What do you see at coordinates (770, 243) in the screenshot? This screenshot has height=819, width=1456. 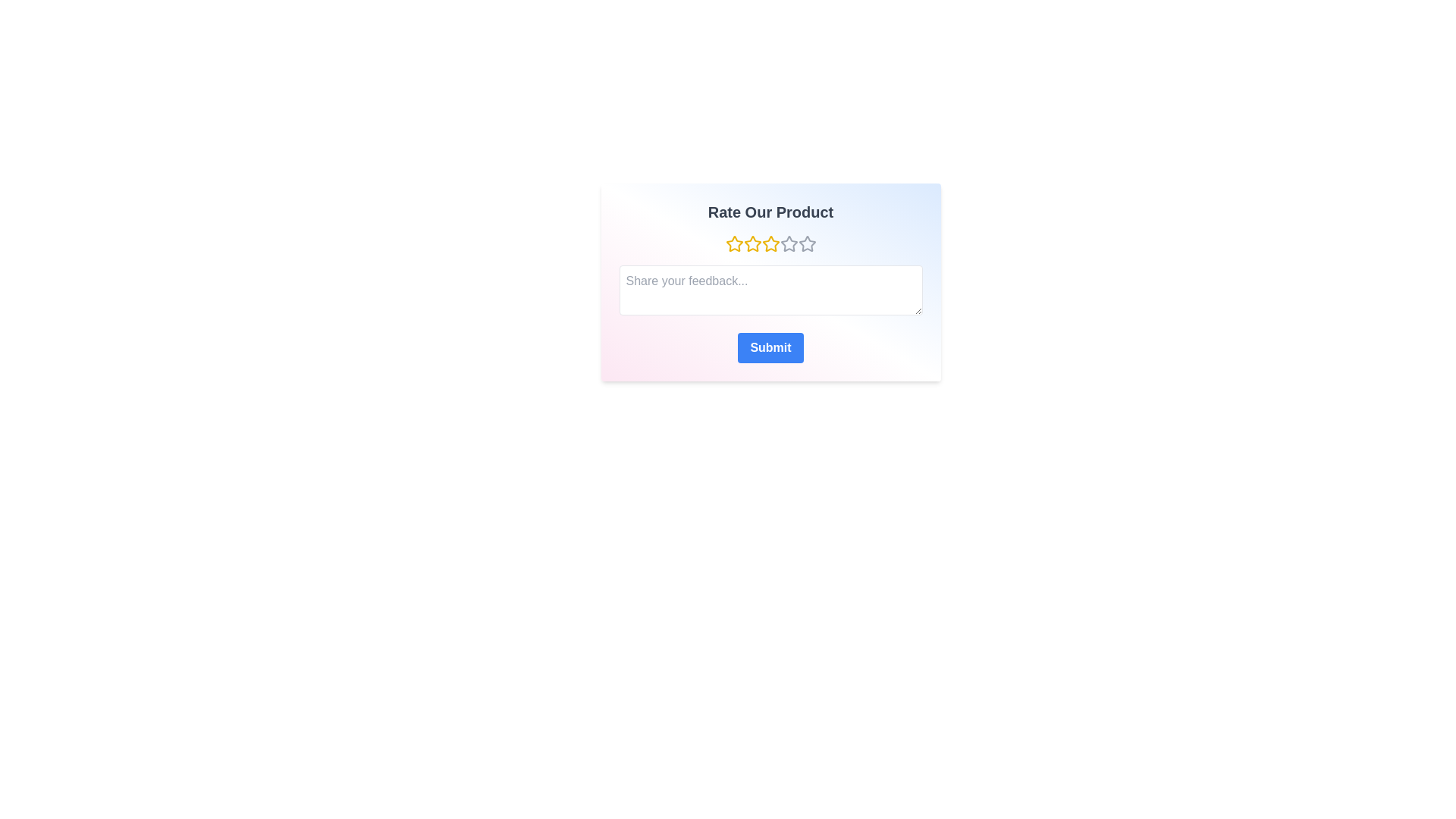 I see `the star representing 3 to set the rating` at bounding box center [770, 243].